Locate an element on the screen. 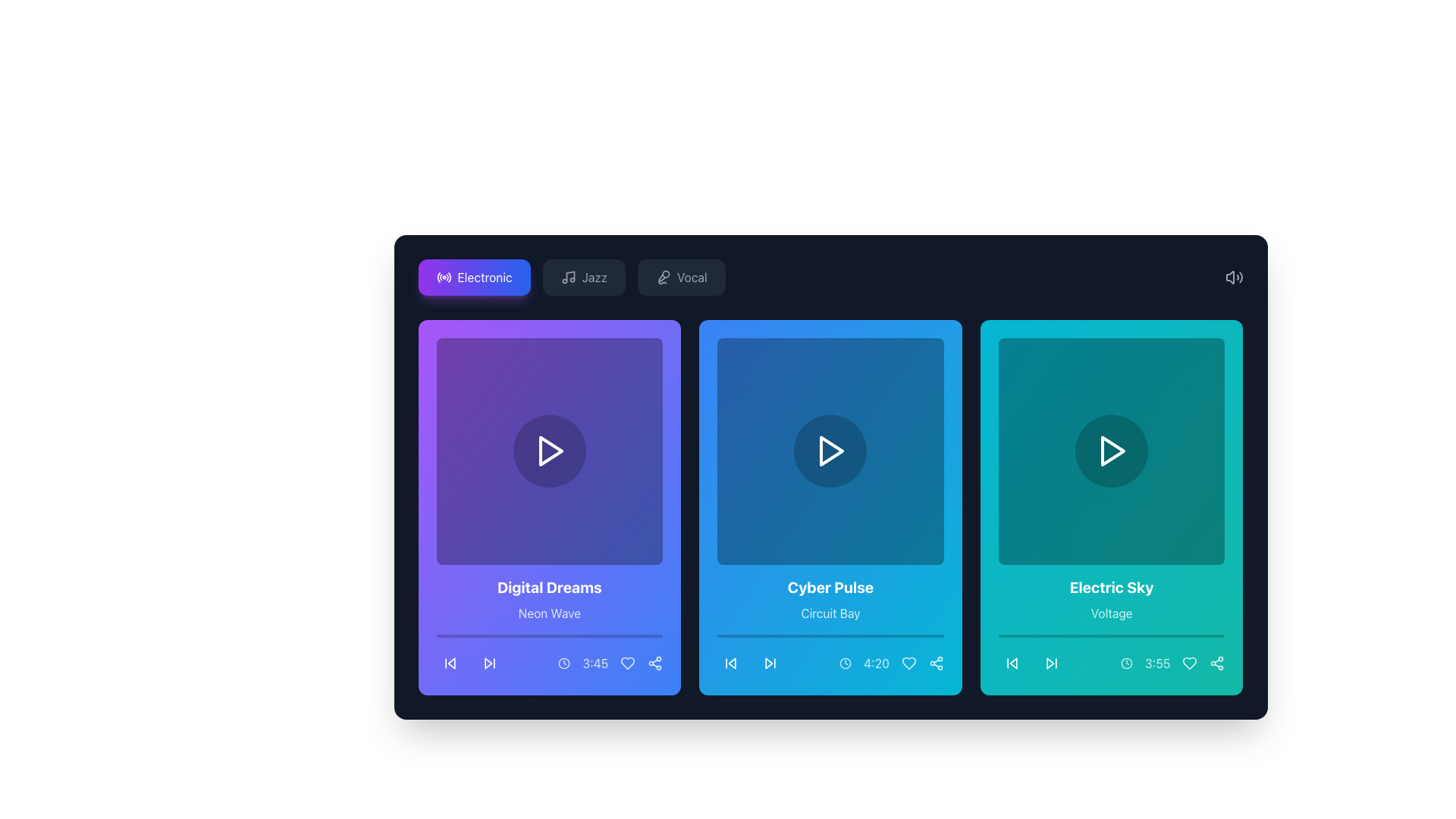 The height and width of the screenshot is (819, 1456). the graphical circle SVG component that represents the base of the clock design in the 'Cyber Pulse' music player card, located near the bottom-right corner next to the time display is located at coordinates (845, 662).